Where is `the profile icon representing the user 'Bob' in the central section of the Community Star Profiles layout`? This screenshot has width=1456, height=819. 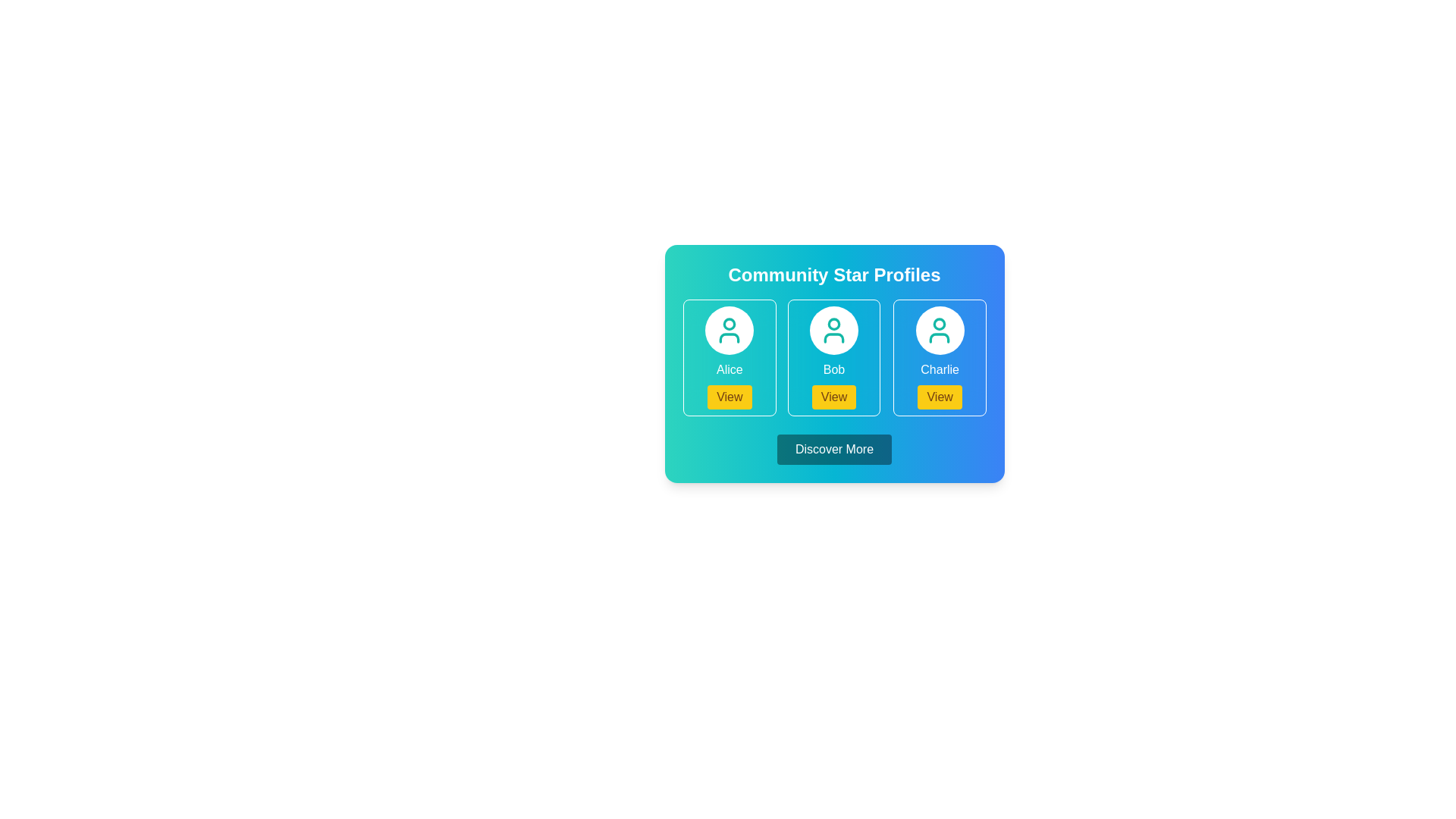 the profile icon representing the user 'Bob' in the central section of the Community Star Profiles layout is located at coordinates (833, 323).